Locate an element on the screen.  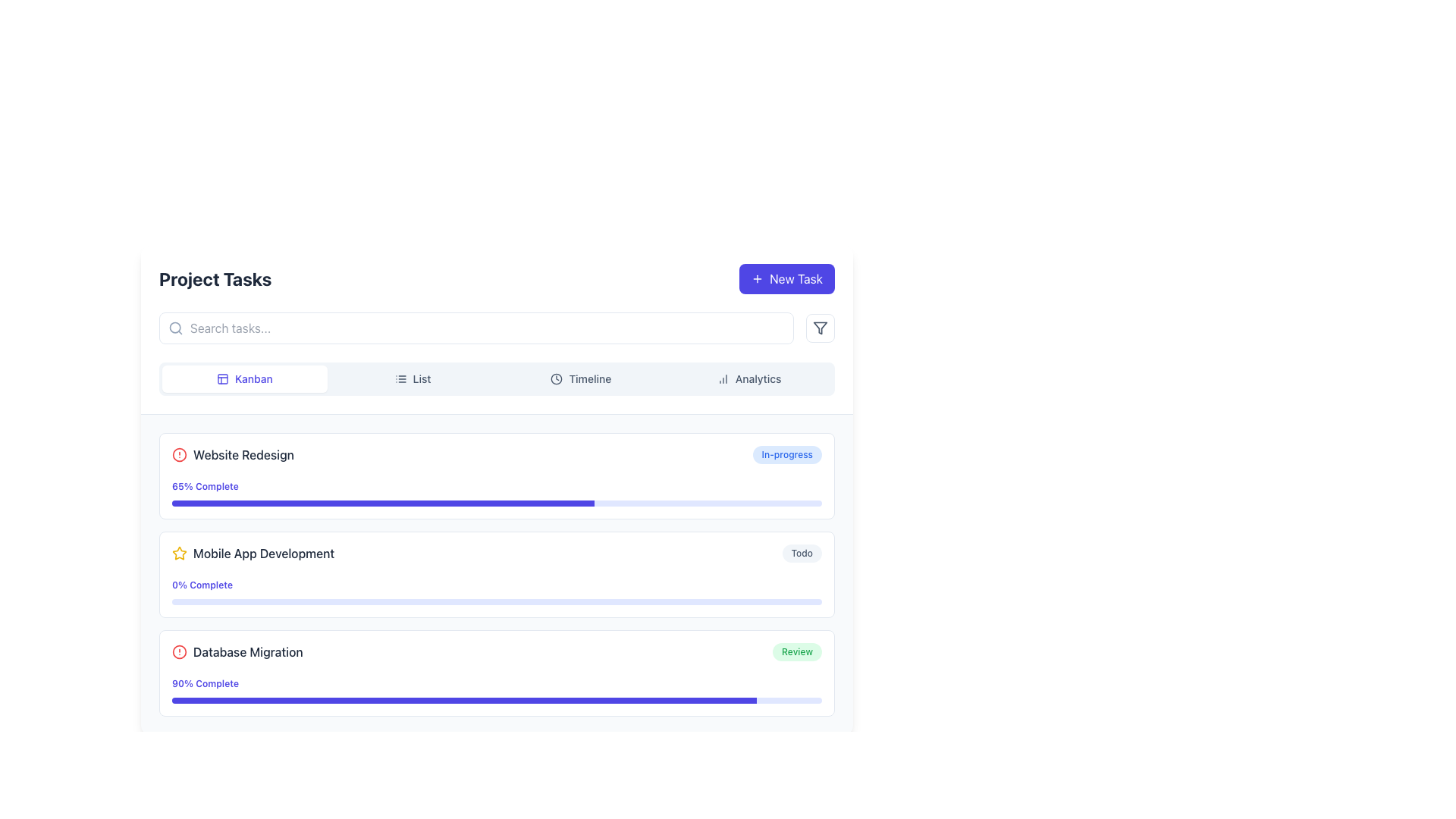
the warning icon located at the far-left end of the 'Website Redesign' task in the vertical task list is located at coordinates (179, 454).